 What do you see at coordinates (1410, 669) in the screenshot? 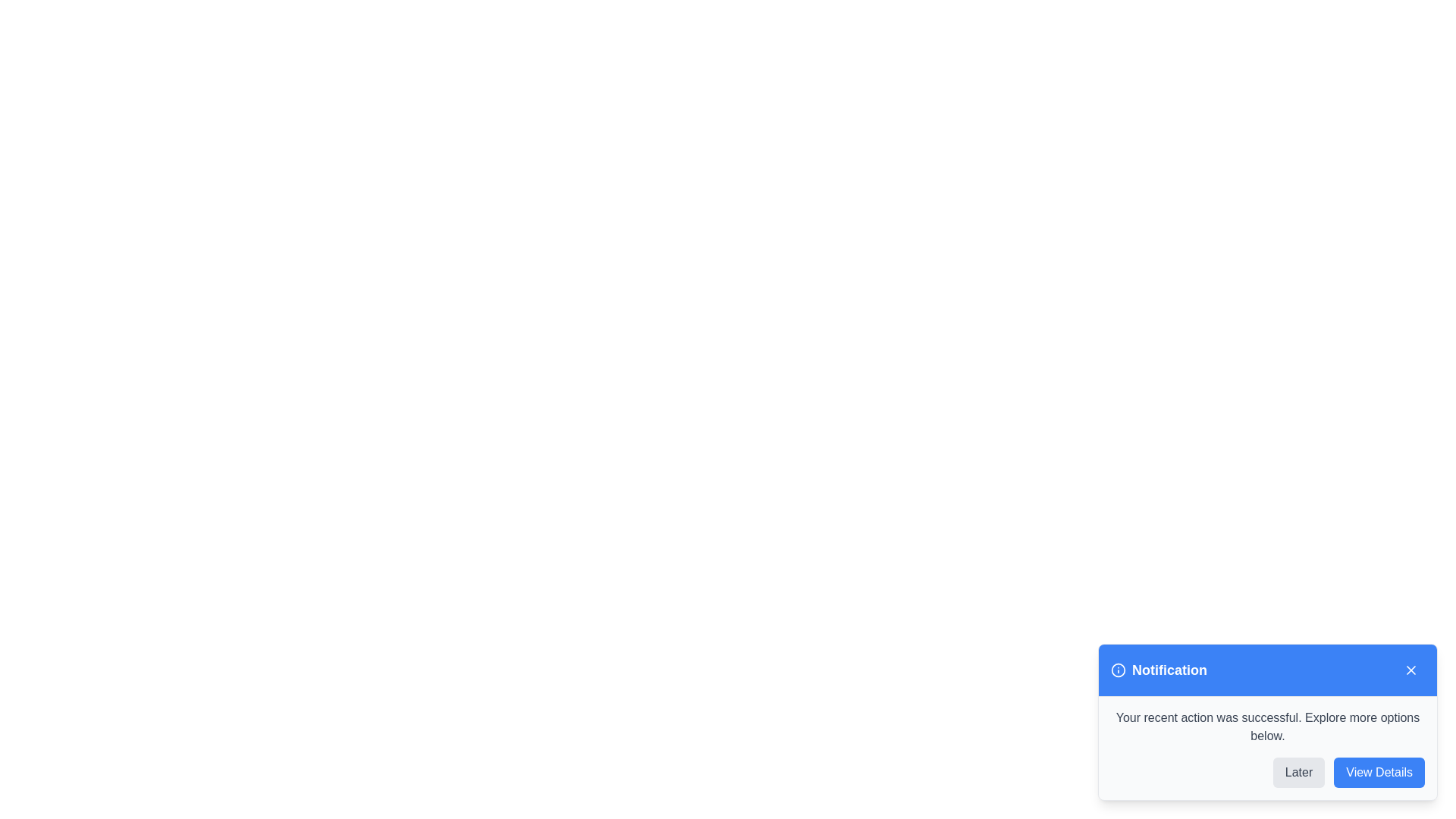
I see `the close button (icon button with an 'x' icon) located at the top-right corner of the blue notification header` at bounding box center [1410, 669].